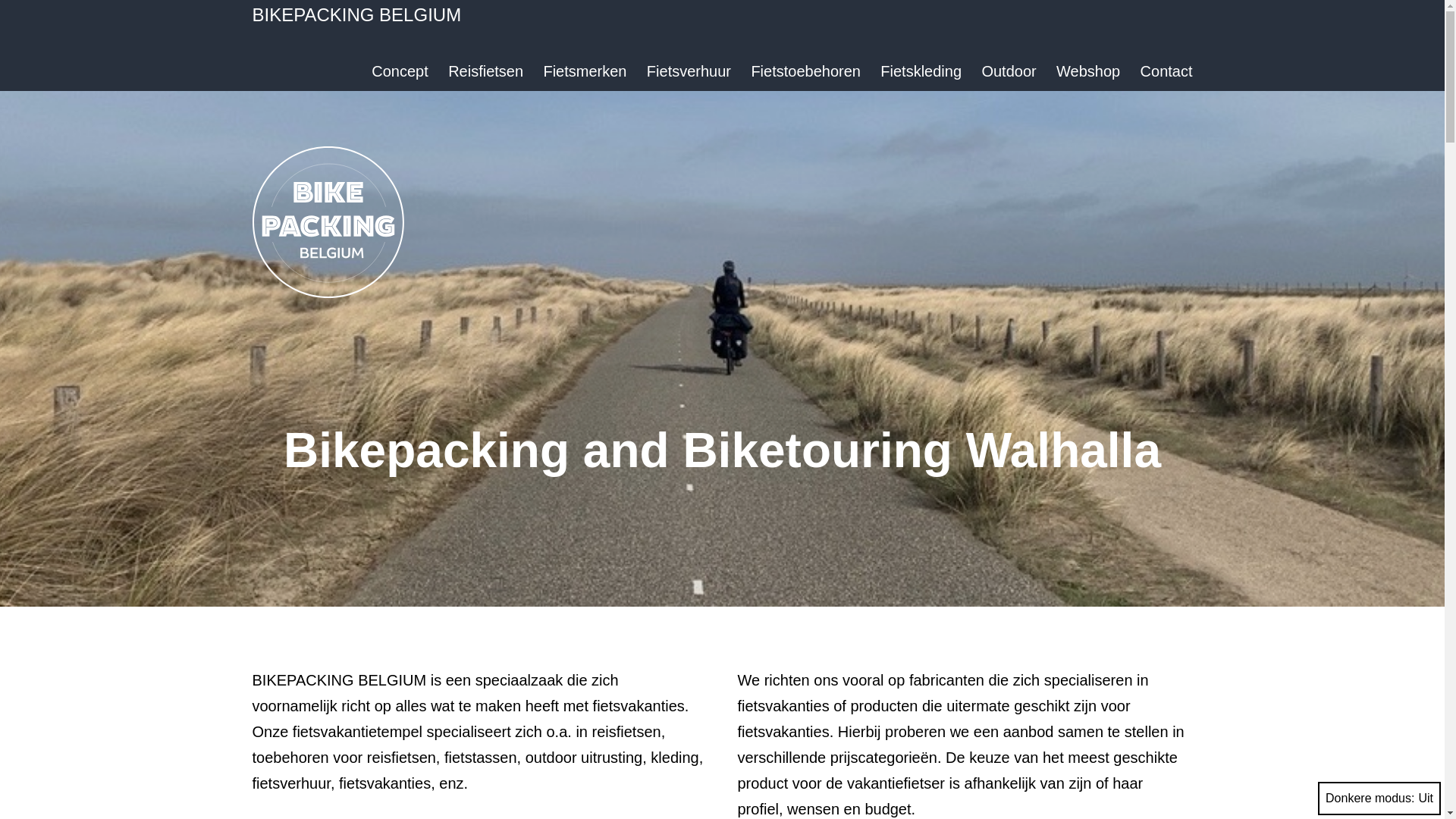 Image resolution: width=1456 pixels, height=819 pixels. Describe the element at coordinates (805, 71) in the screenshot. I see `'Fietstoebehoren'` at that location.